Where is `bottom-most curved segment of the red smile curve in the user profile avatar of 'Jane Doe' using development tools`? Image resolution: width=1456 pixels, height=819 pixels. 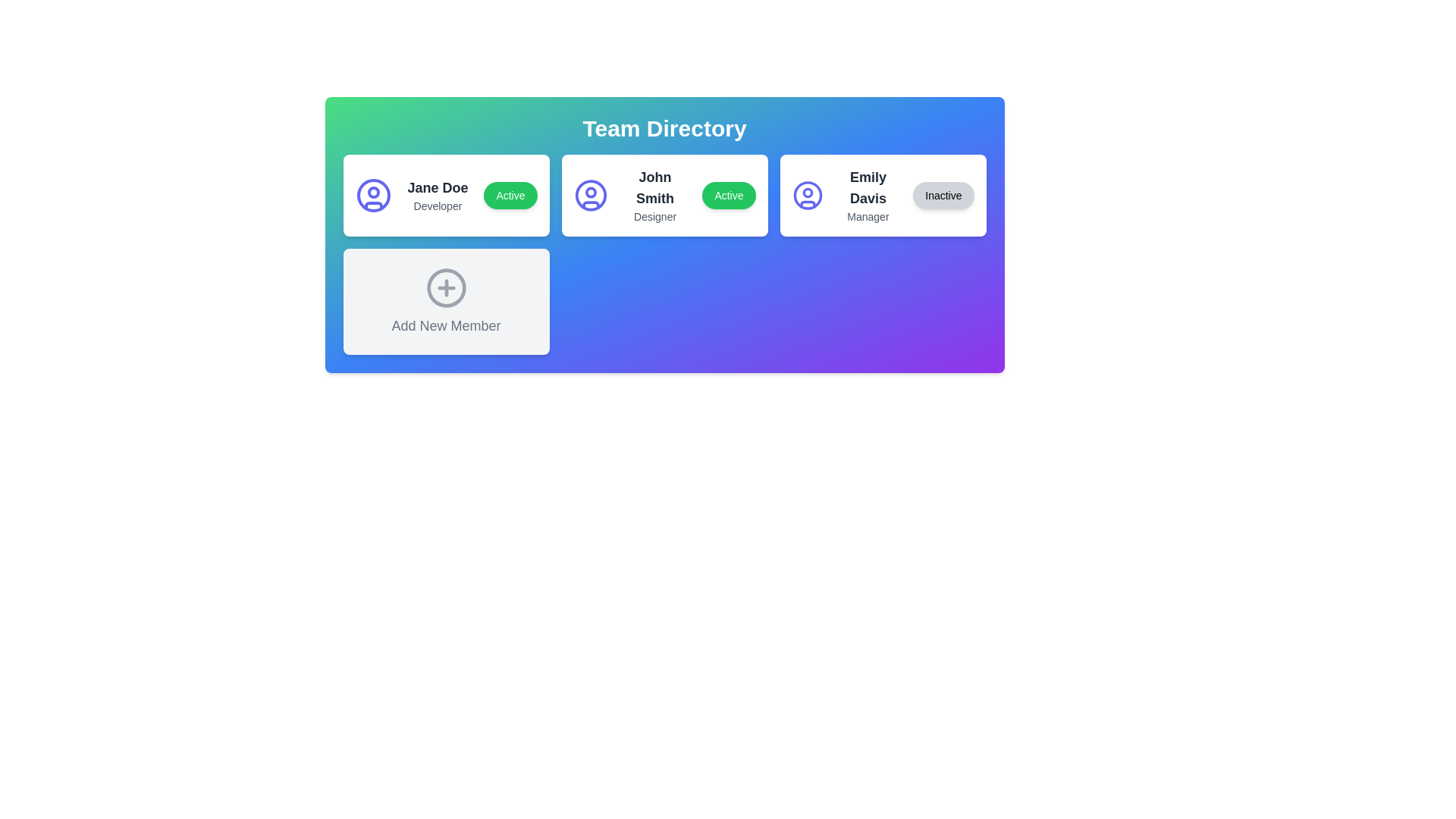
bottom-most curved segment of the red smile curve in the user profile avatar of 'Jane Doe' using development tools is located at coordinates (373, 206).